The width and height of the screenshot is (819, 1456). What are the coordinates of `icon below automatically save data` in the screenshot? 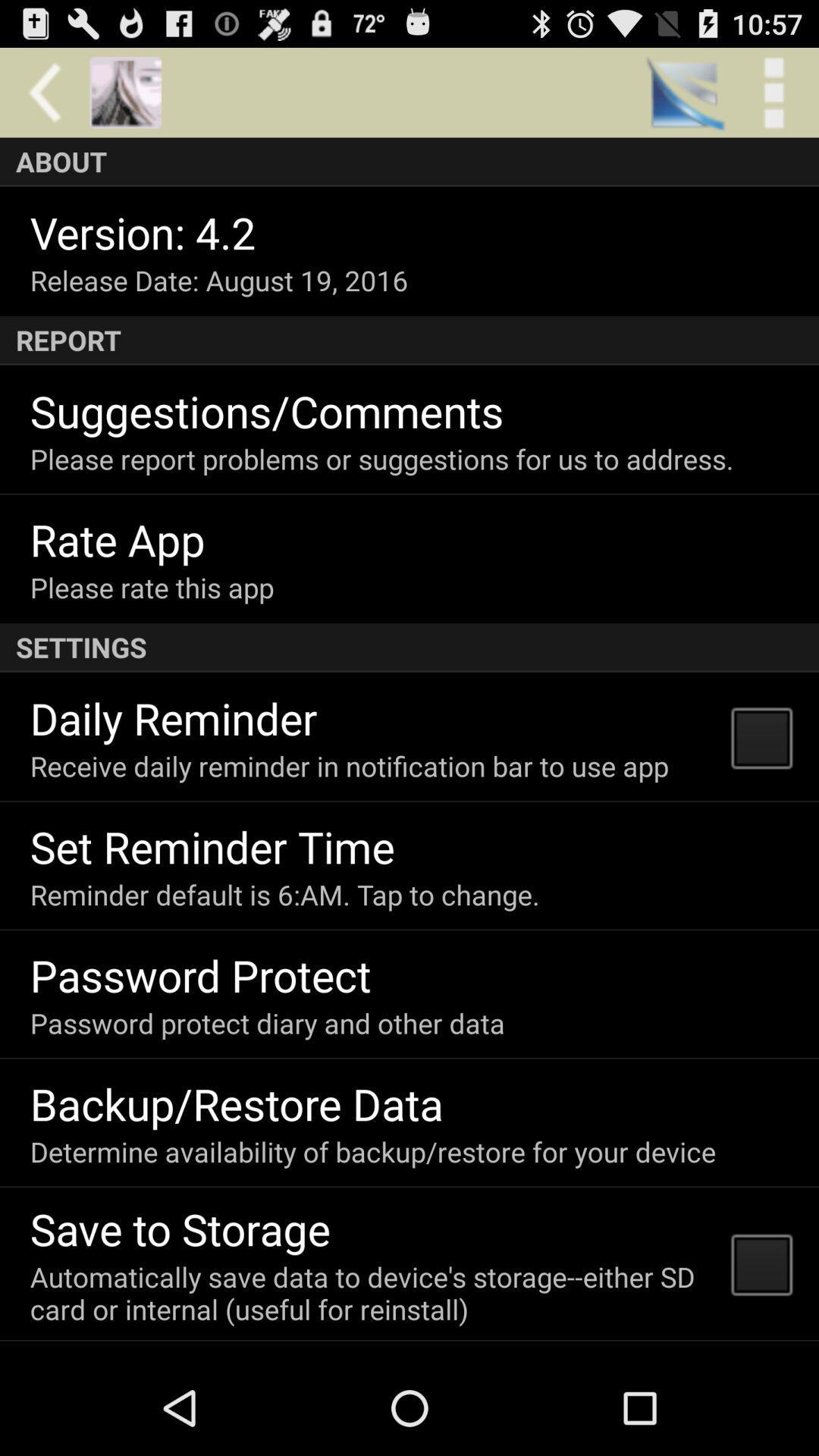 It's located at (180, 1357).